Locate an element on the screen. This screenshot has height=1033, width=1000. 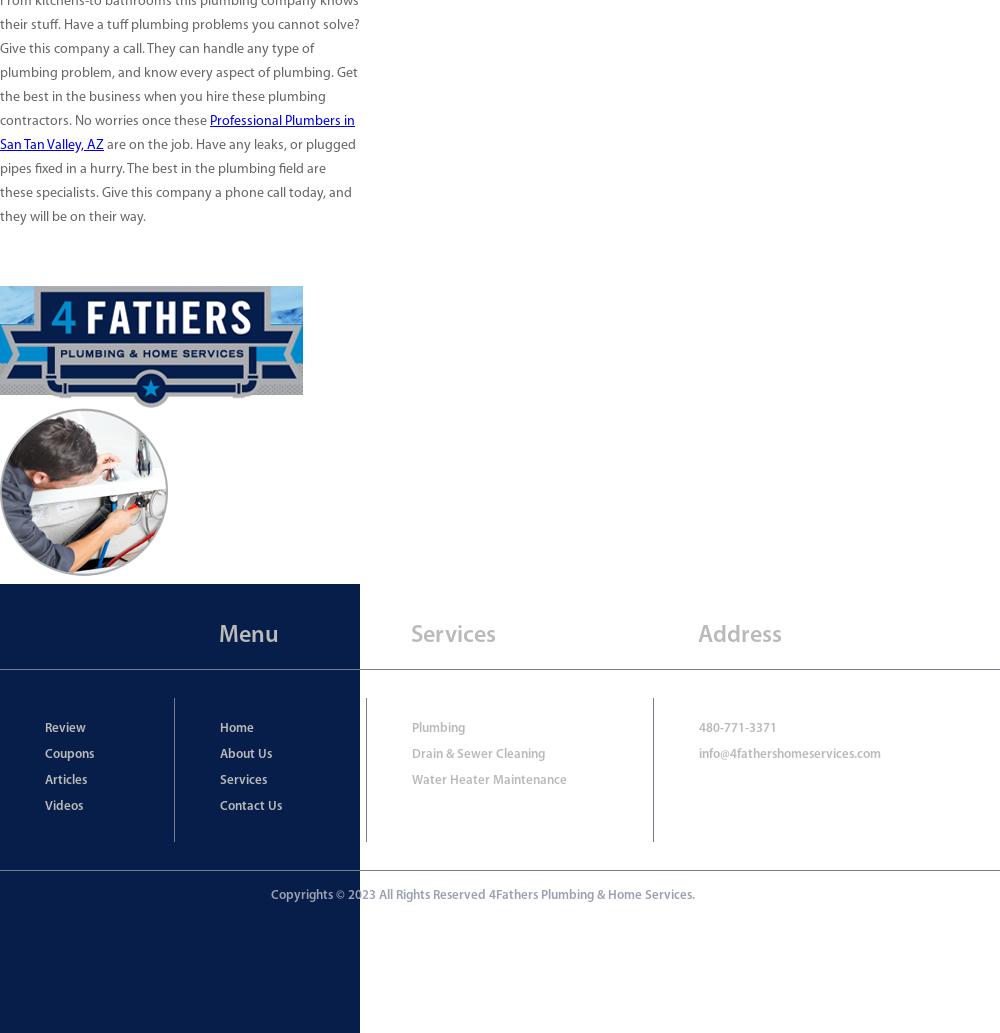
'Professional Plumbers in San Tan Valley, AZ' is located at coordinates (177, 133).